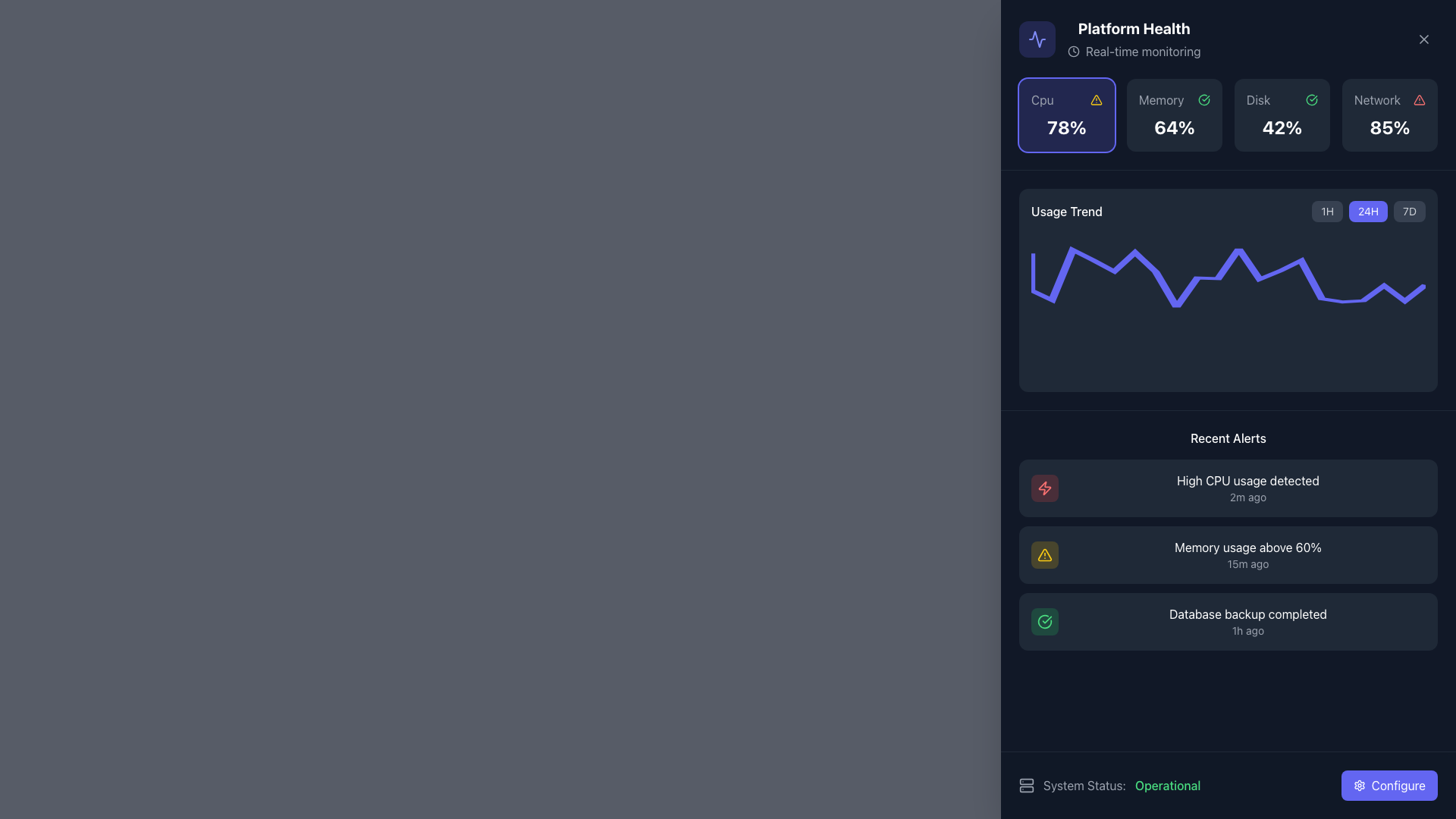 Image resolution: width=1456 pixels, height=819 pixels. Describe the element at coordinates (1043, 622) in the screenshot. I see `the circular graphical icon with an outlined shape and a checkmark symbol, located on the left side of the 'Database backup completed' text entry in the 'Recent Alerts' section` at that location.